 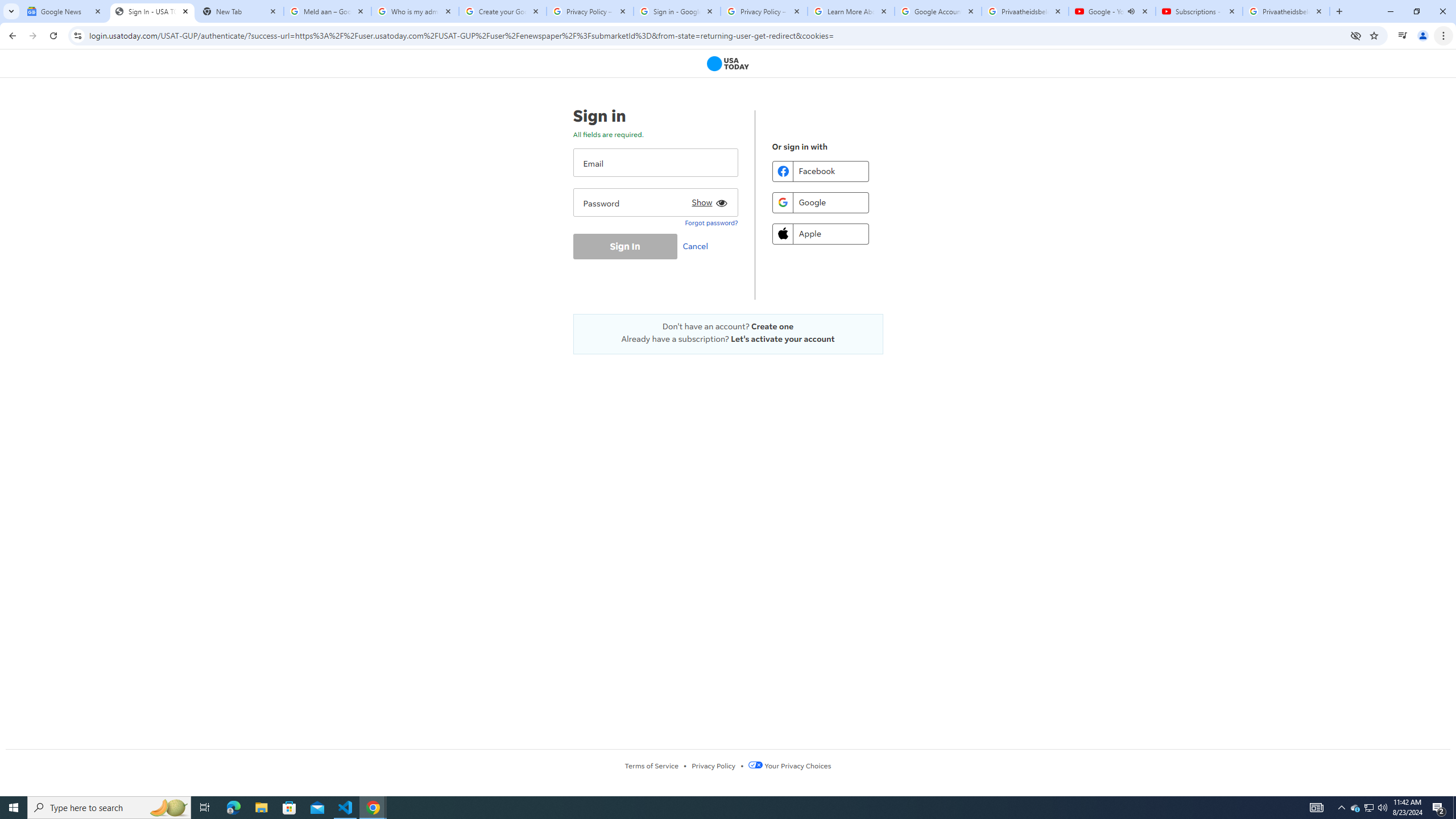 What do you see at coordinates (789, 765) in the screenshot?
I see `' Your Privacy Choices'` at bounding box center [789, 765].